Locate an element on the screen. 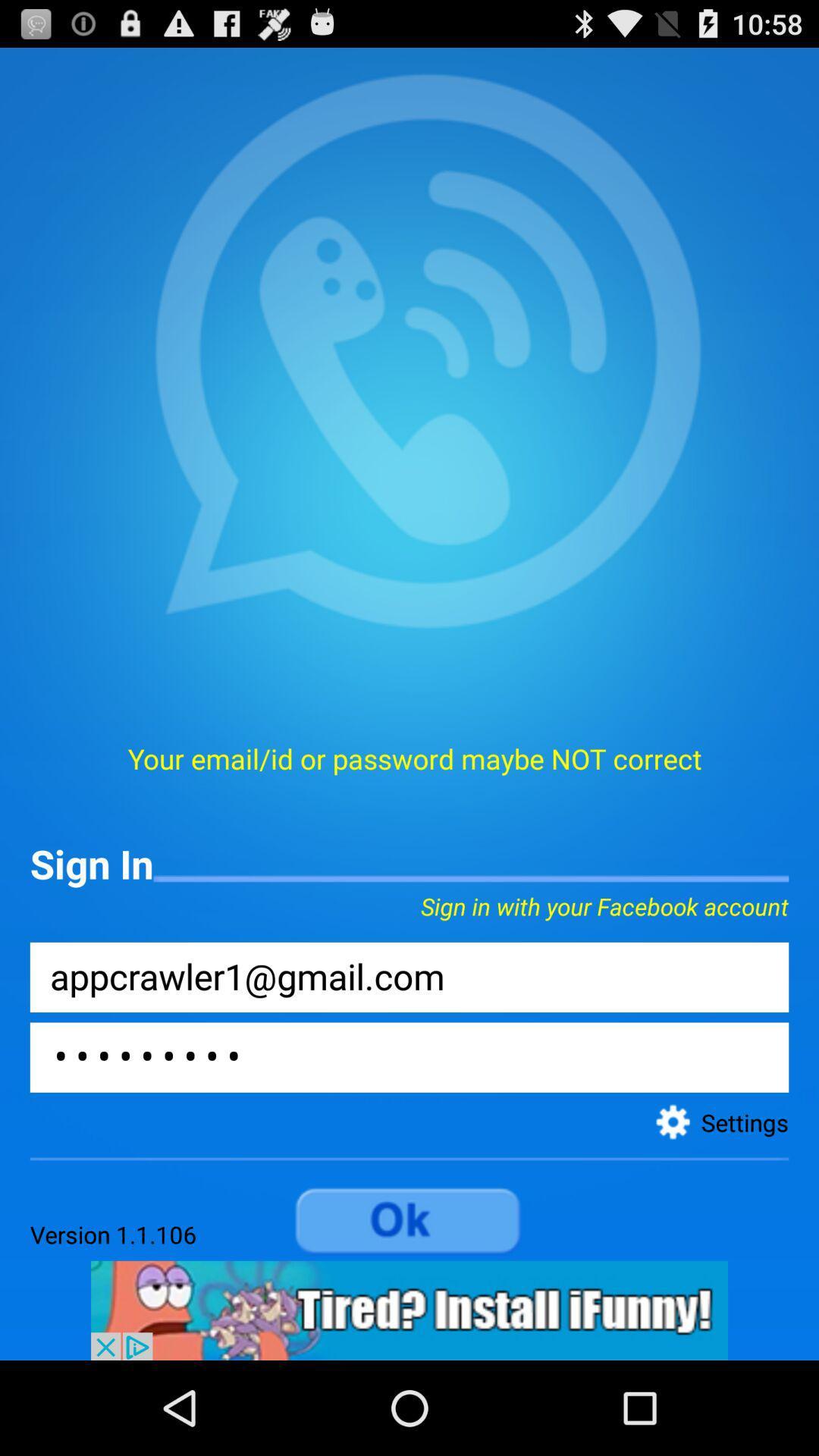 The height and width of the screenshot is (1456, 819). ok button is located at coordinates (409, 1222).